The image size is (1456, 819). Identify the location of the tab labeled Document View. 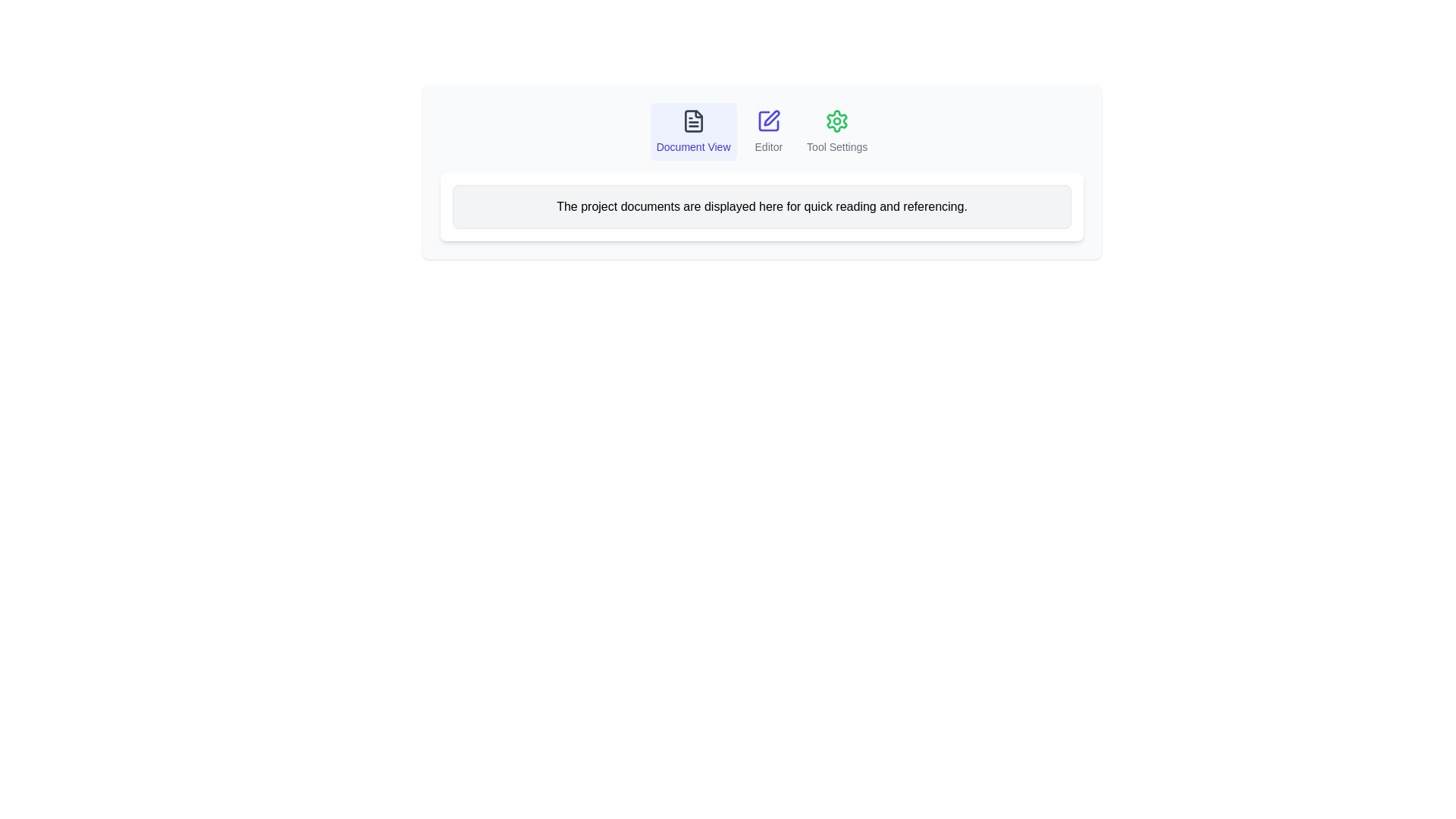
(692, 130).